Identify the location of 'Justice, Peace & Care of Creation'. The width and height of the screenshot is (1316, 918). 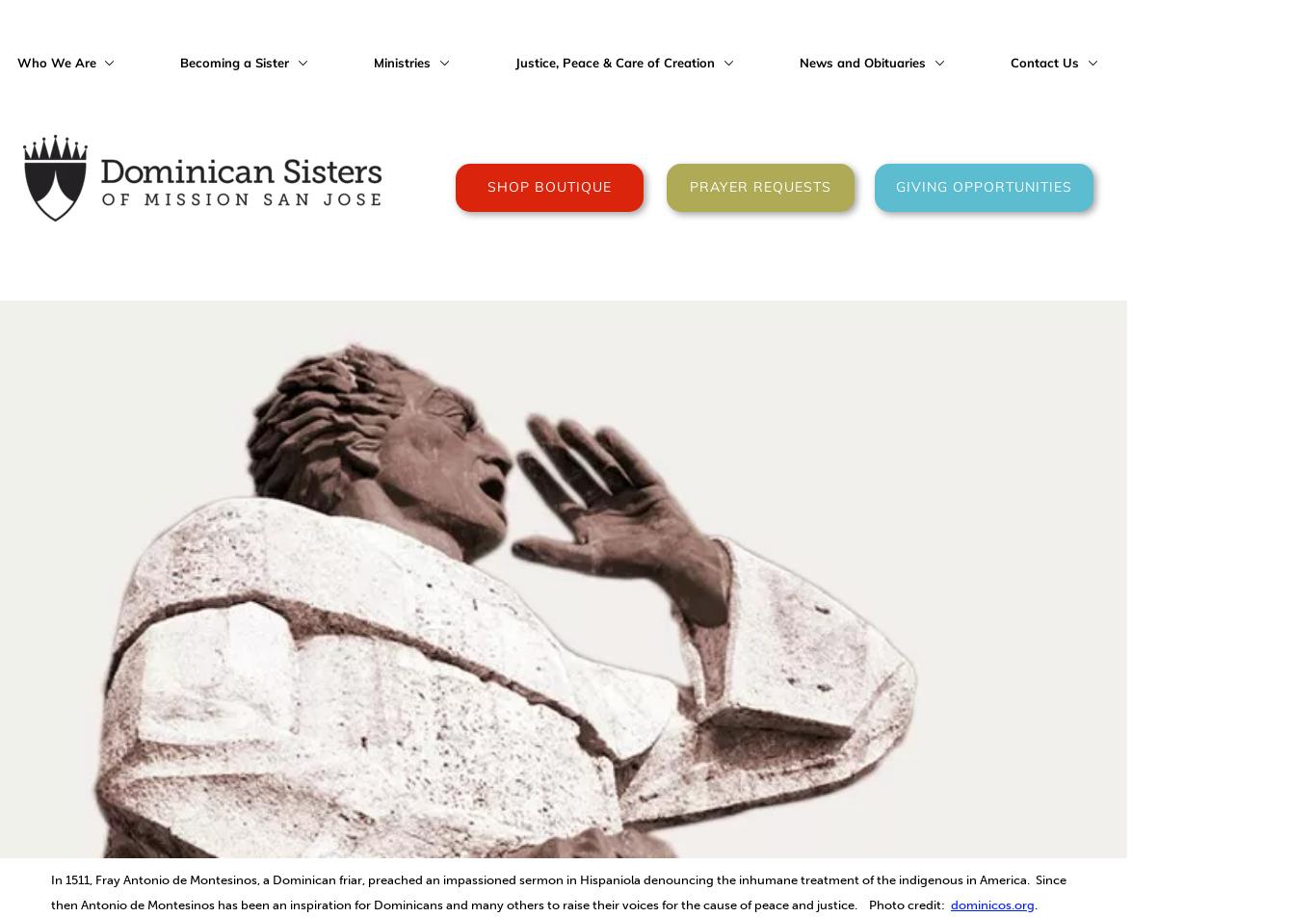
(515, 61).